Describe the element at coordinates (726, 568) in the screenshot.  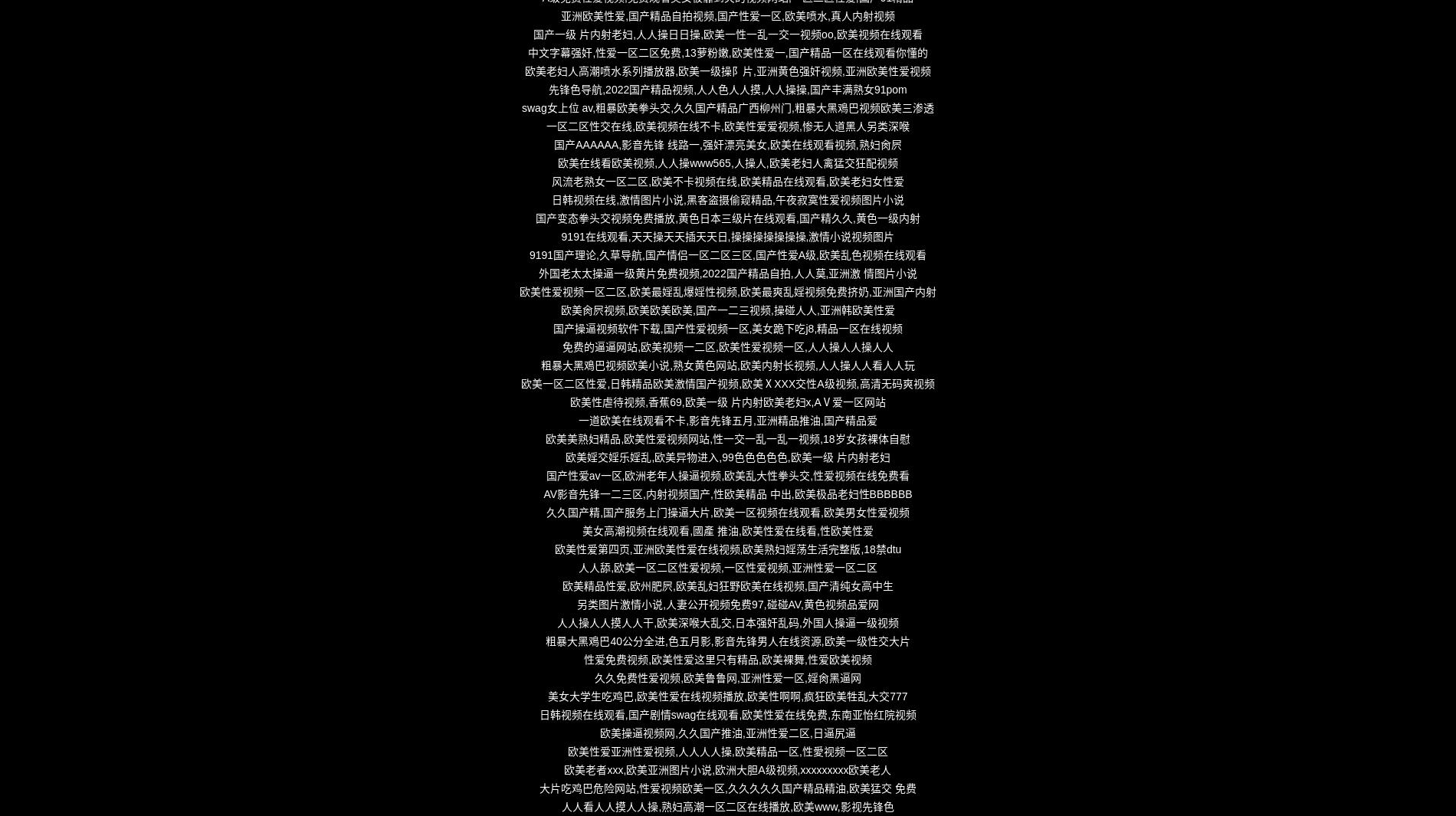
I see `'人人舔,欧美一区二区性爱视频,一区性爱视频,亚洲性爱一区二区'` at that location.